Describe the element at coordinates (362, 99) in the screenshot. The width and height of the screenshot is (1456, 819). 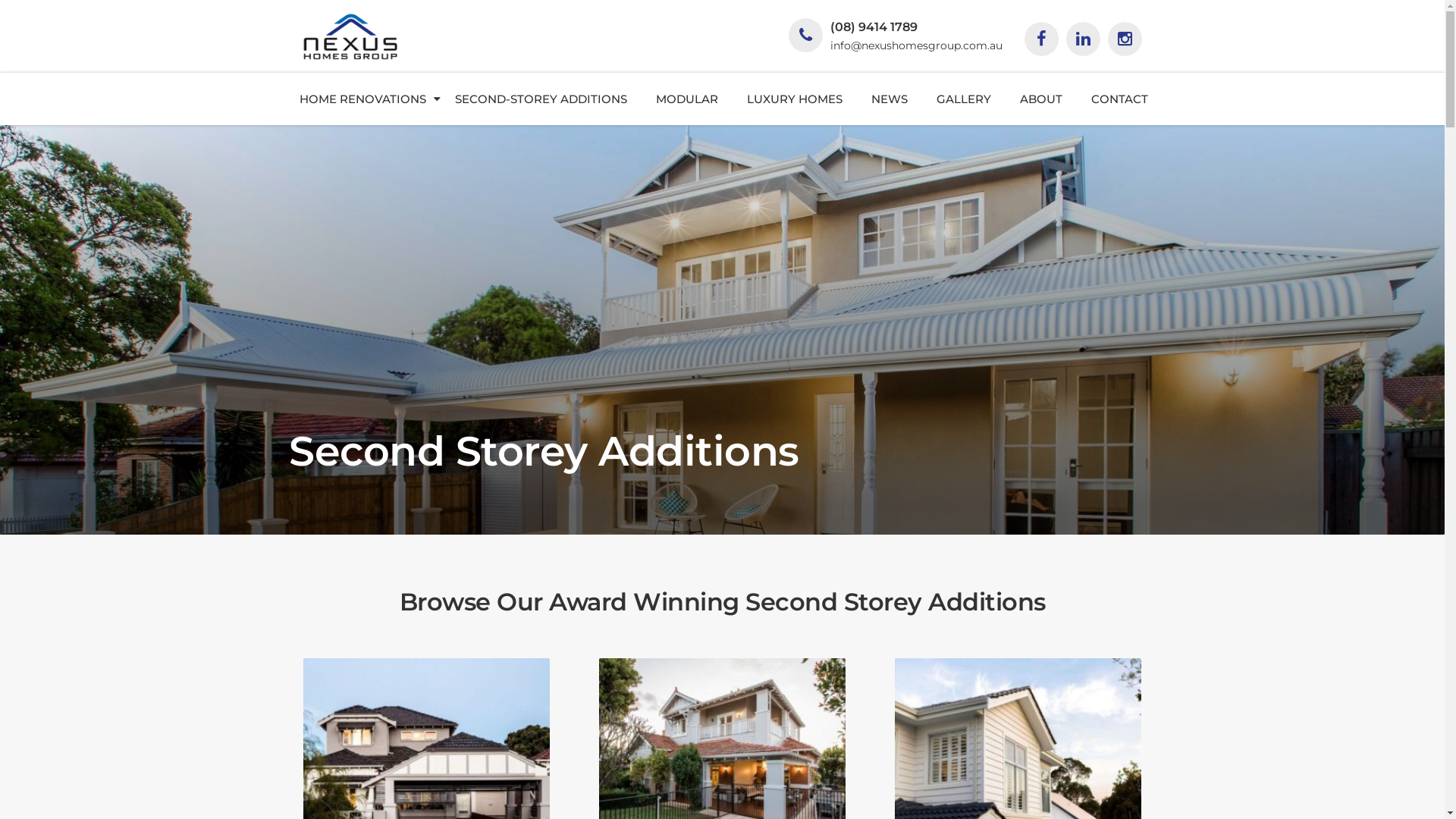
I see `'HOME RENOVATIONS'` at that location.